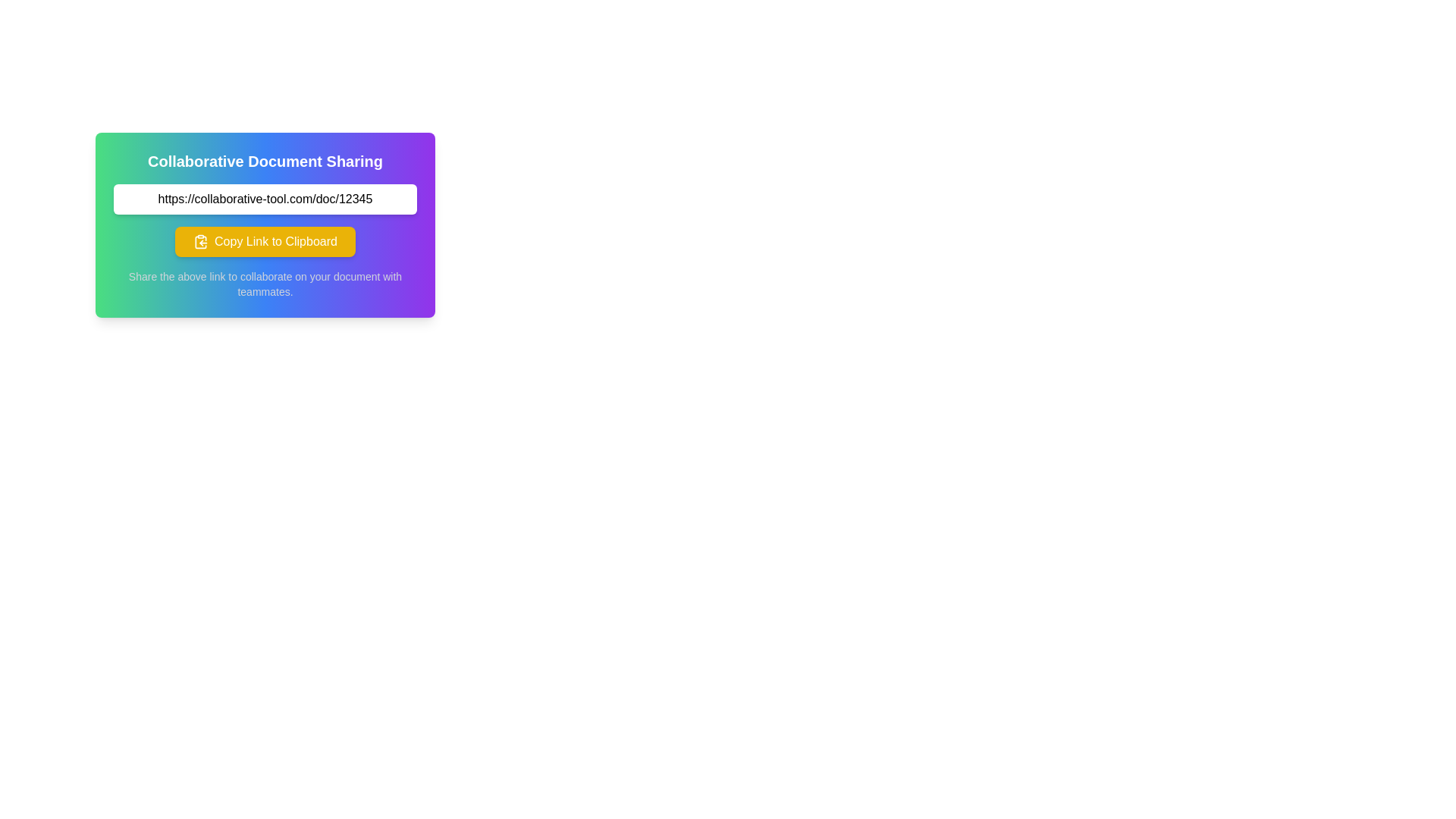 The image size is (1456, 819). I want to click on the stylized static text component that acts as a visual representation of a document link, which is positioned above the 'Copy Link to Clipboard' button, for copying, so click(265, 198).